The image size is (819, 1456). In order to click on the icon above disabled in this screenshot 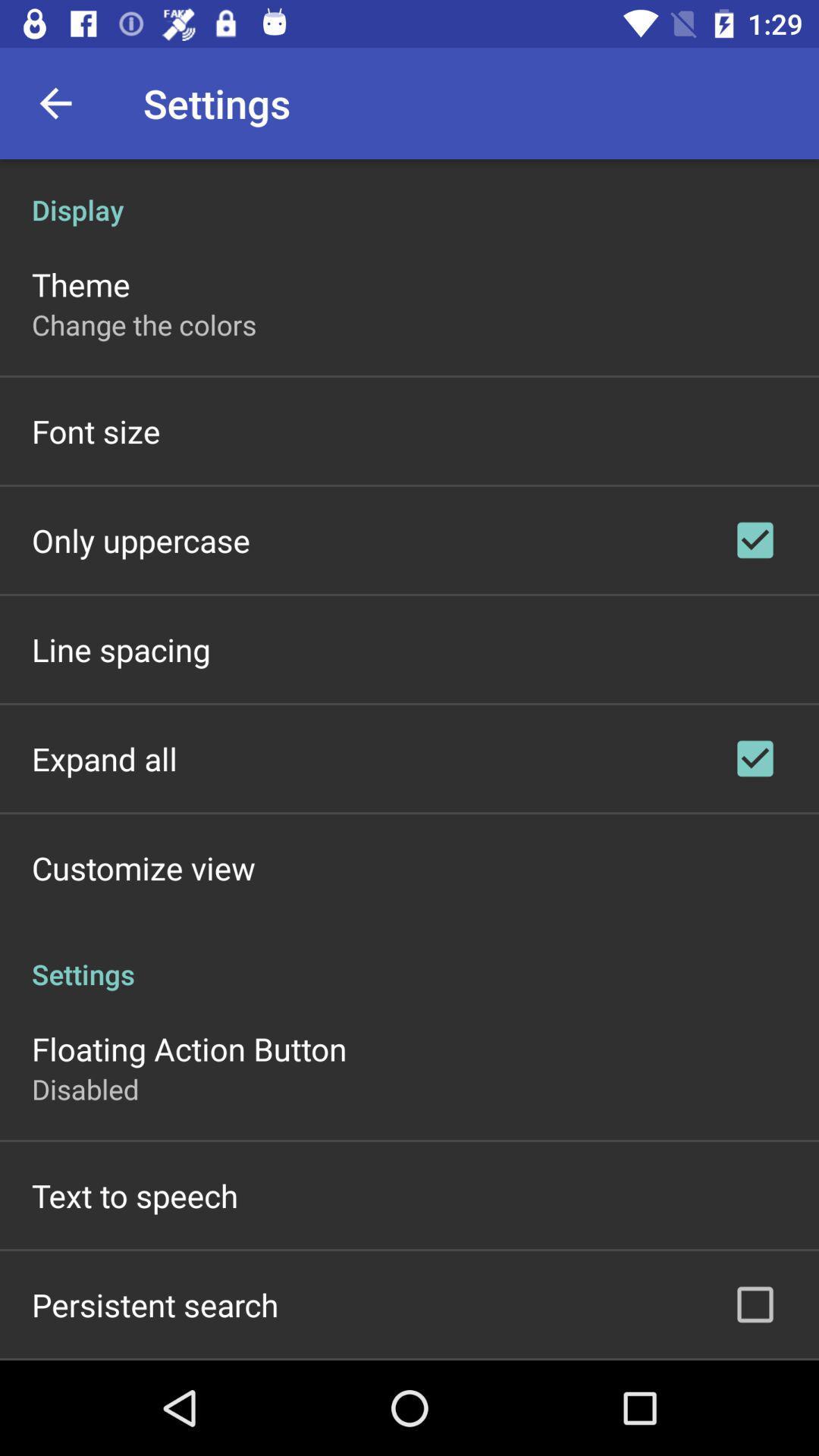, I will do `click(188, 1047)`.